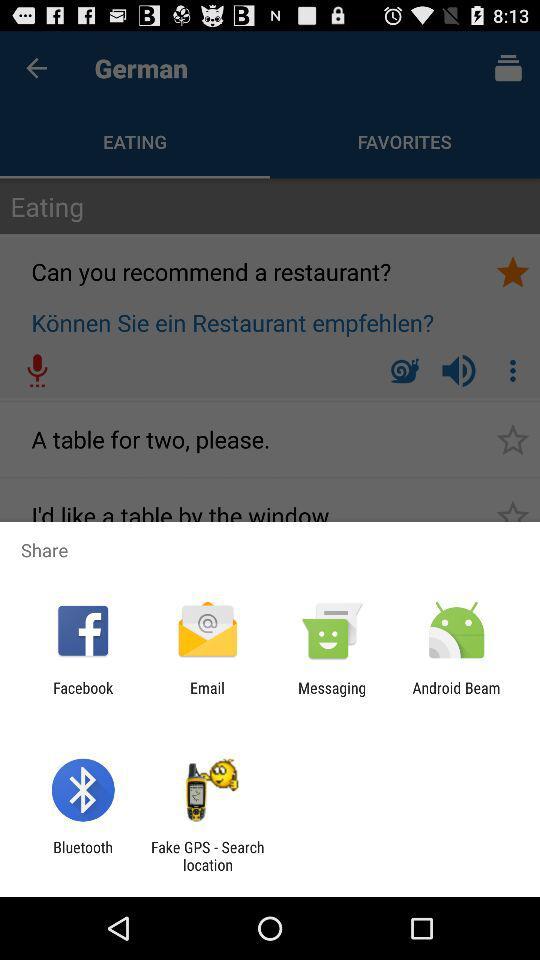 The image size is (540, 960). Describe the element at coordinates (82, 696) in the screenshot. I see `the facebook` at that location.